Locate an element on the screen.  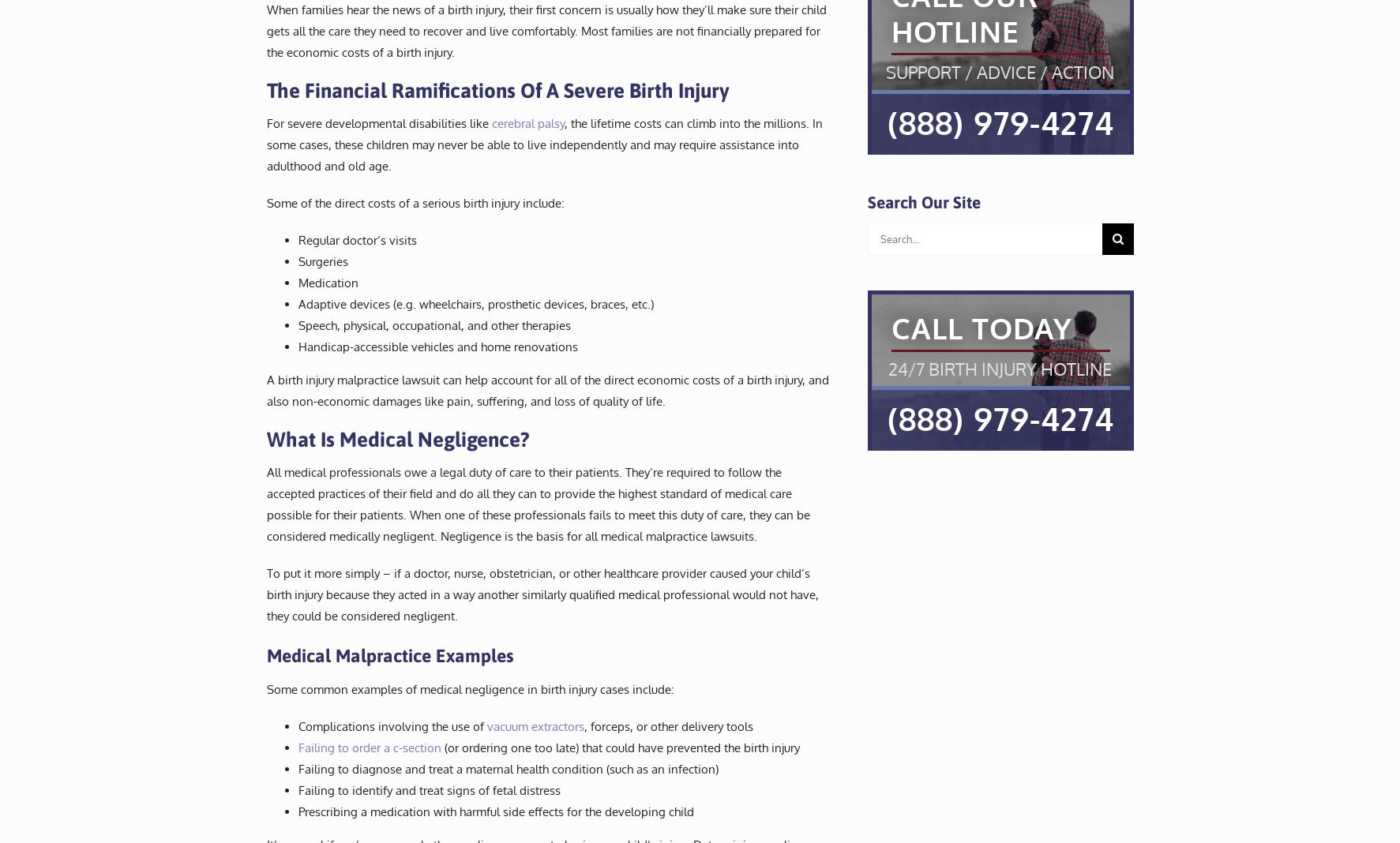
'Virginia' is located at coordinates (708, 49).